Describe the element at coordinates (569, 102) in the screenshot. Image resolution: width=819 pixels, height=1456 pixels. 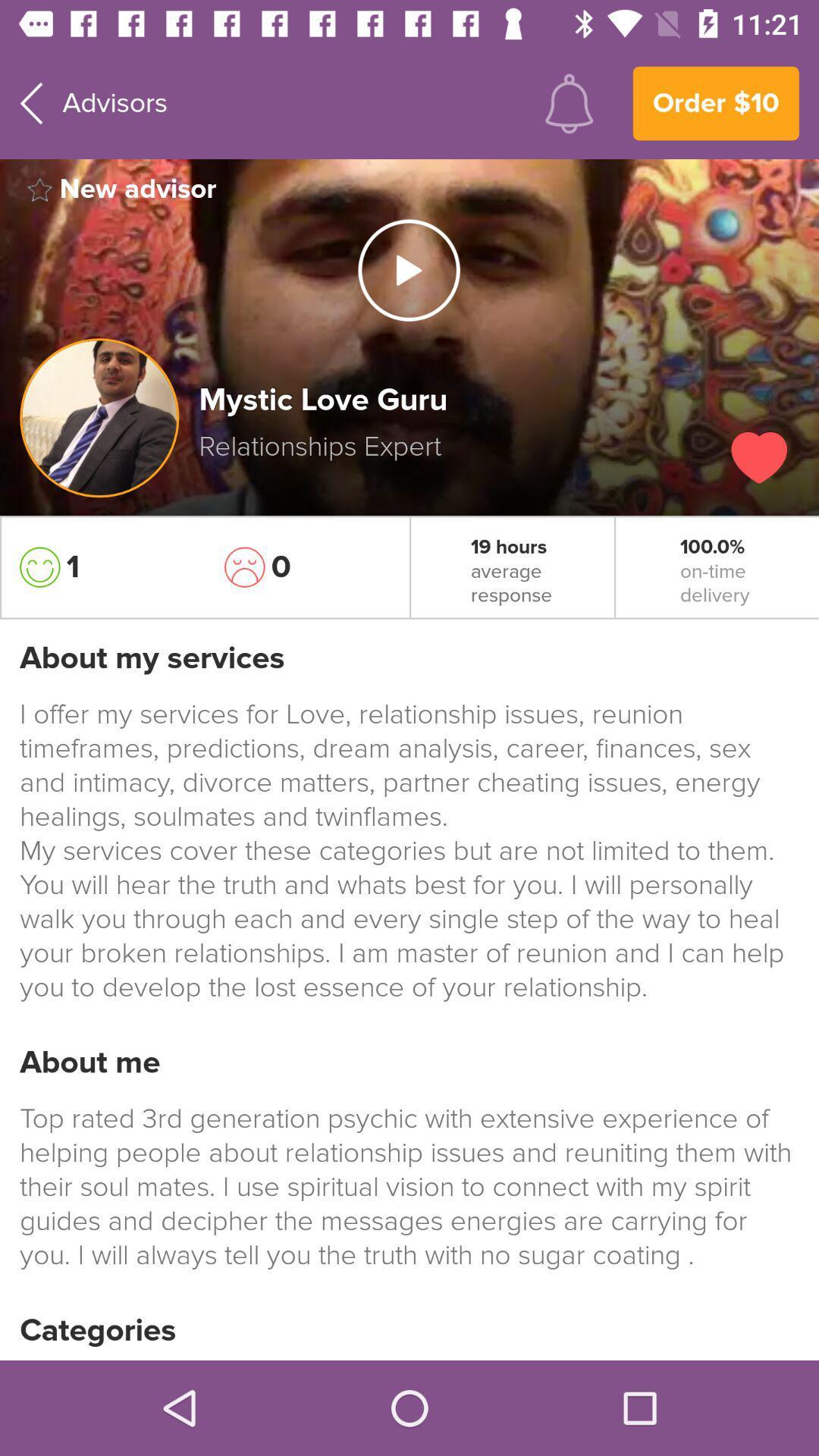
I see `the icon next to advisors item` at that location.